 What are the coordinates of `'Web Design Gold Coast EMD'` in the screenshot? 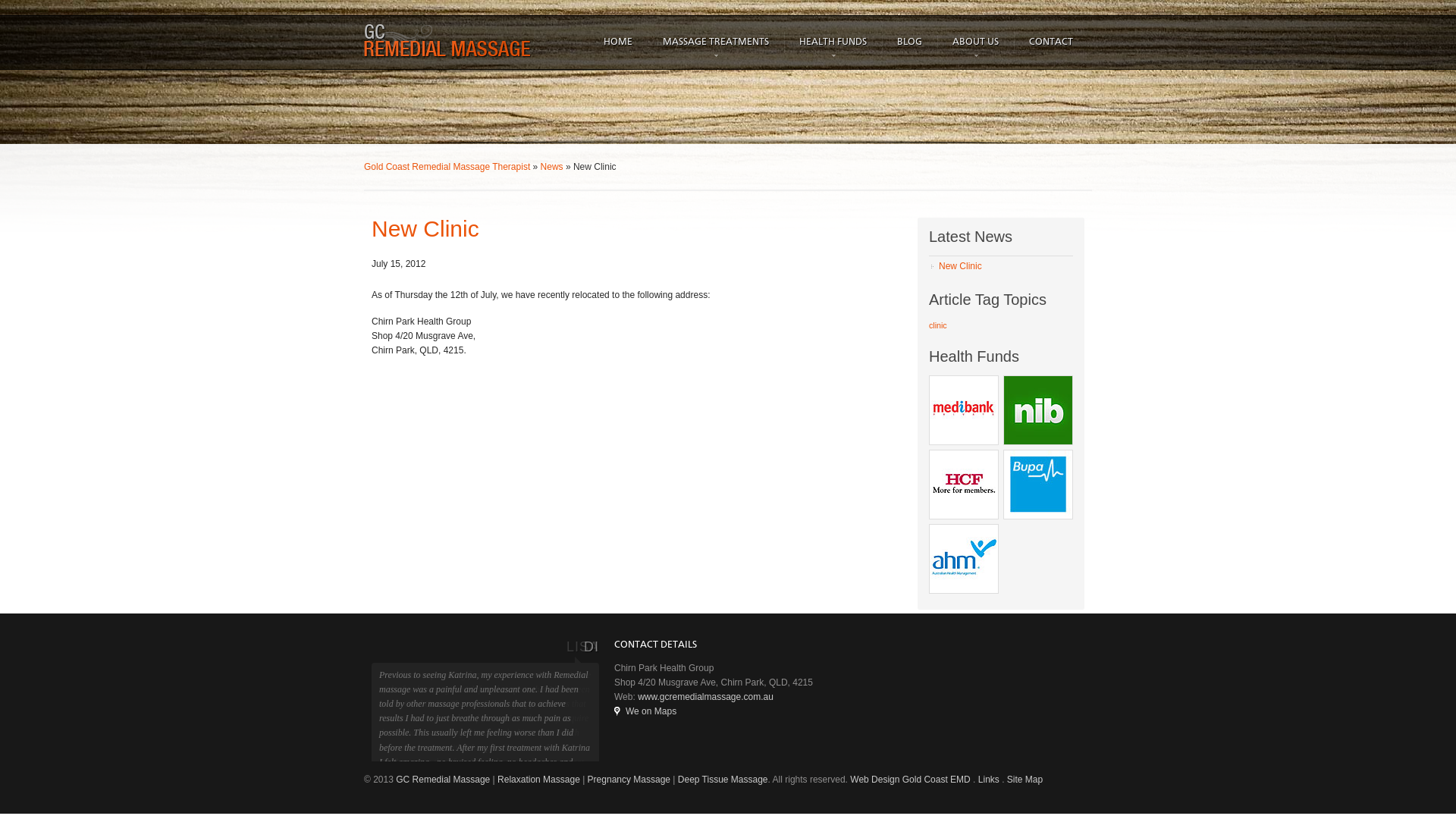 It's located at (910, 780).